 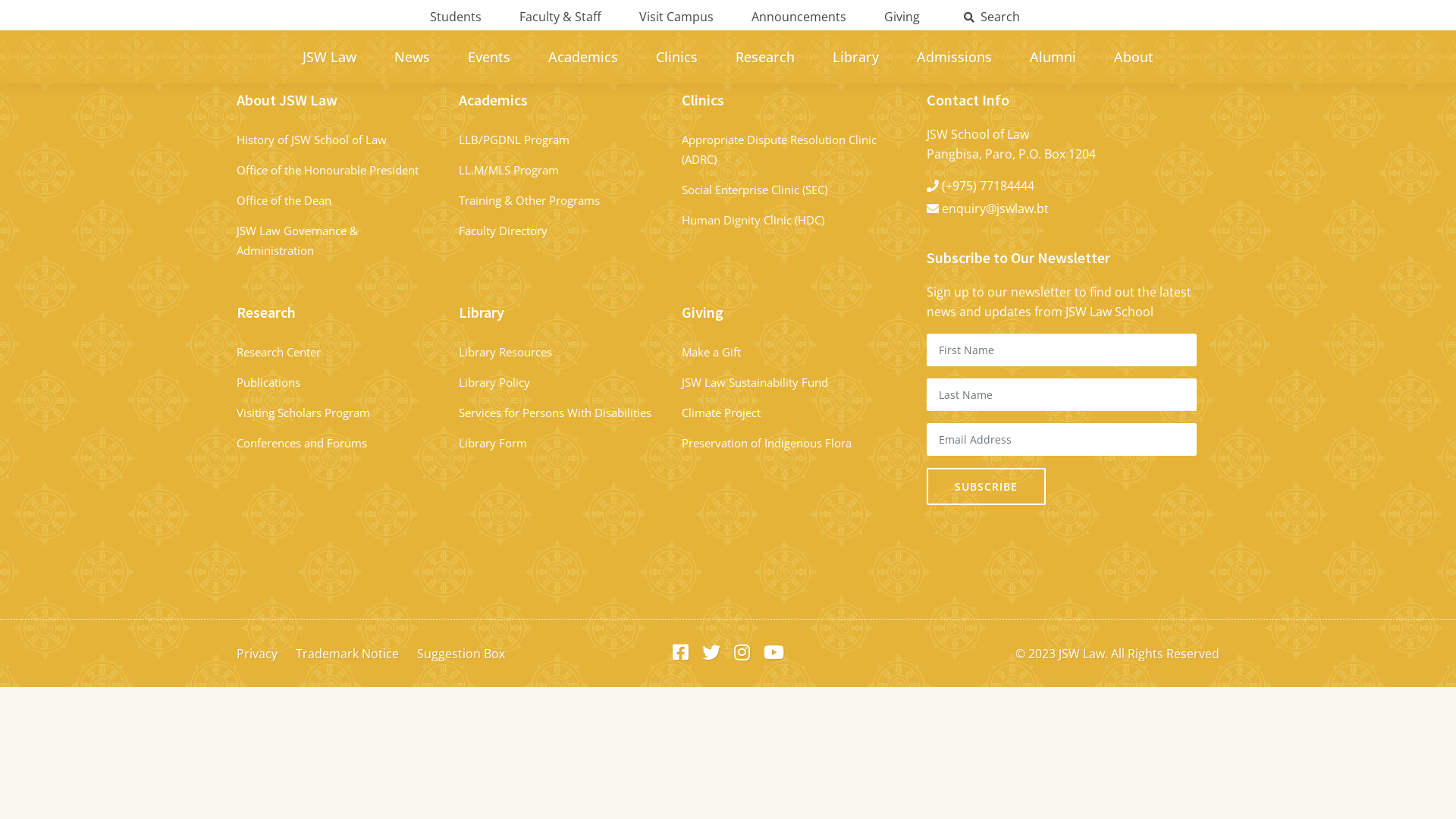 I want to click on 'JSW Law', so click(x=328, y=55).